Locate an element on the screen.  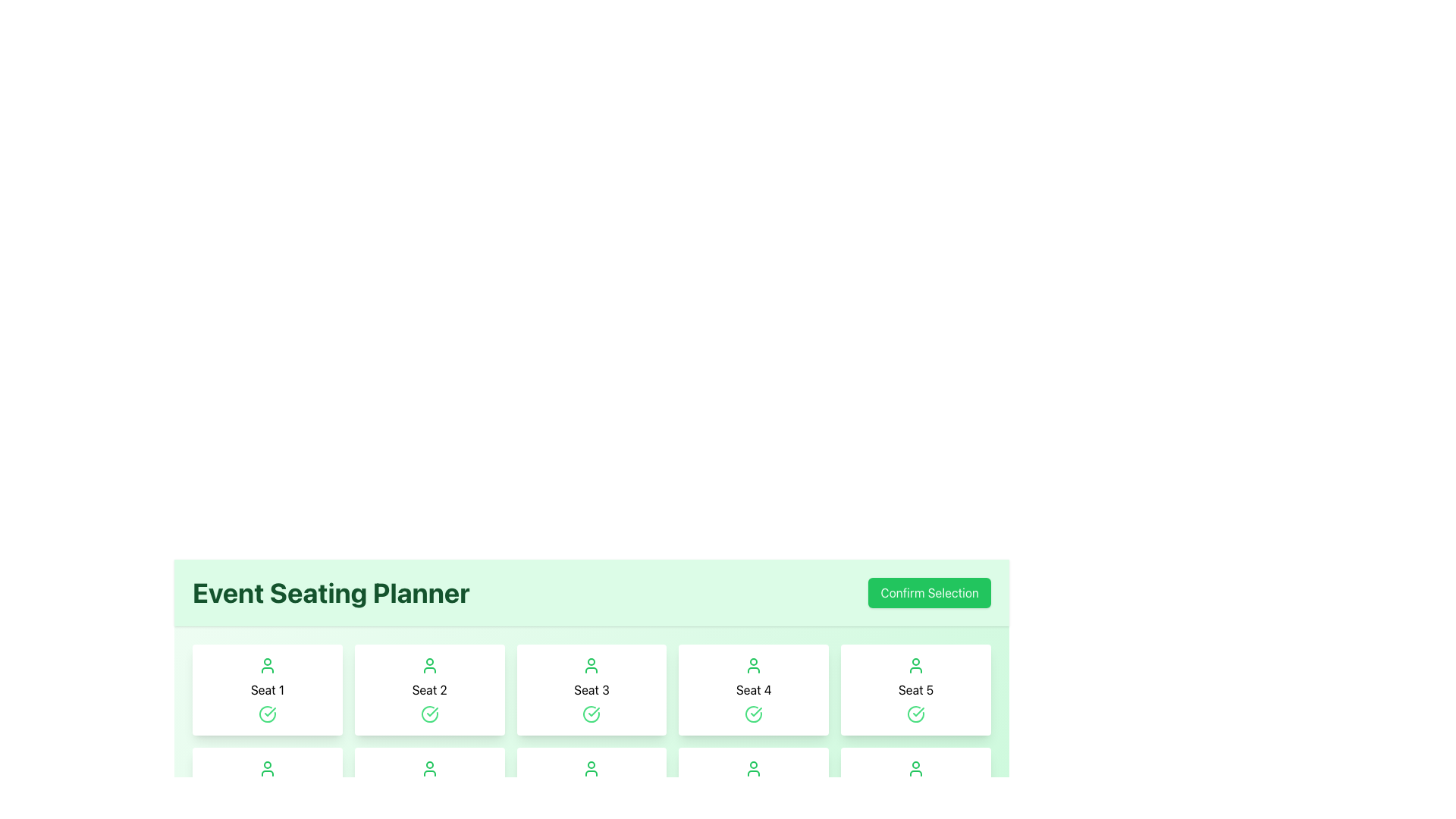
the circular arc element representing the status of 'Seat 4' in the seating interface of the 'Event Seating Planner' is located at coordinates (754, 714).